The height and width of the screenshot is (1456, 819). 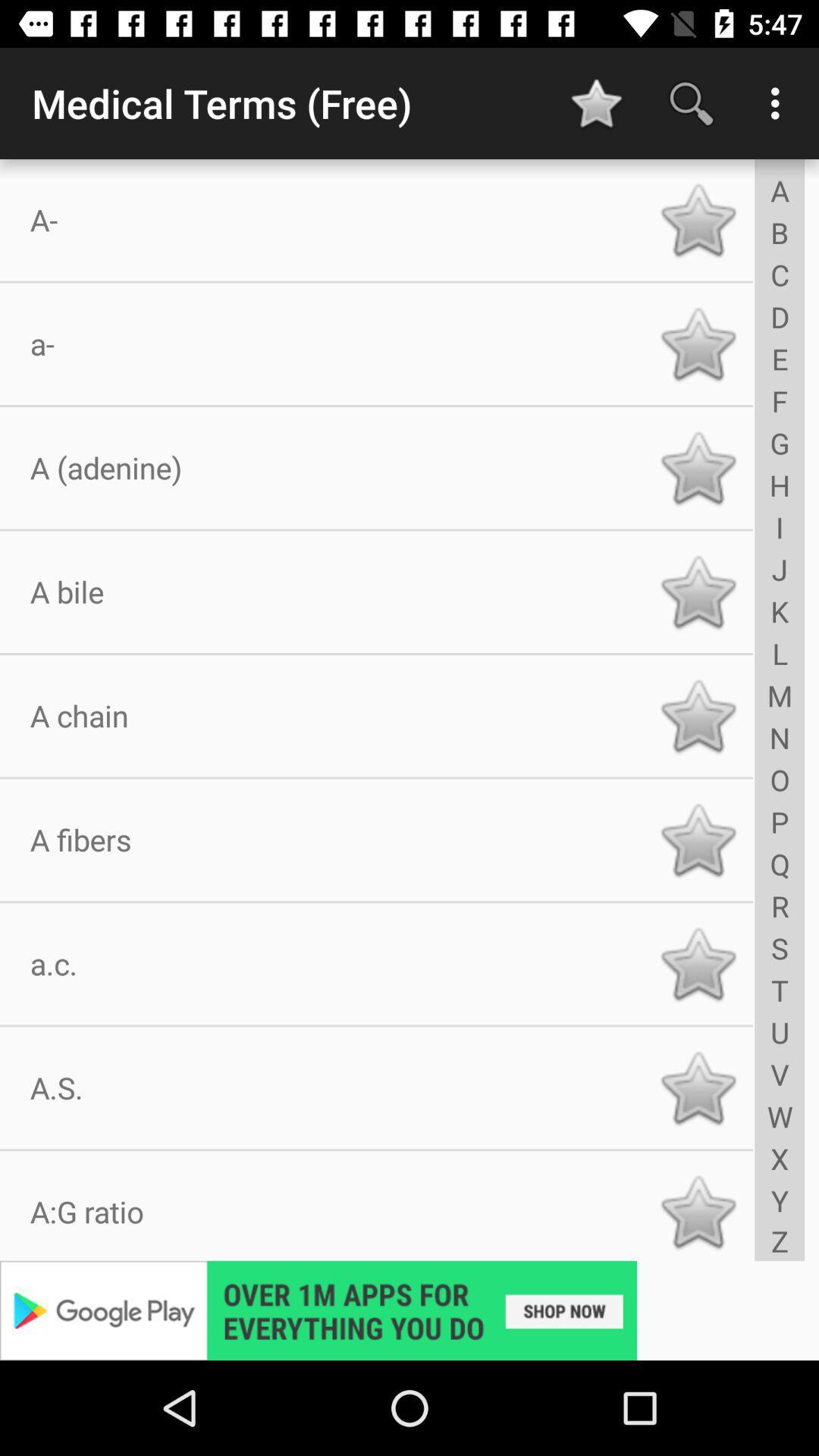 I want to click on advert, so click(x=409, y=1310).